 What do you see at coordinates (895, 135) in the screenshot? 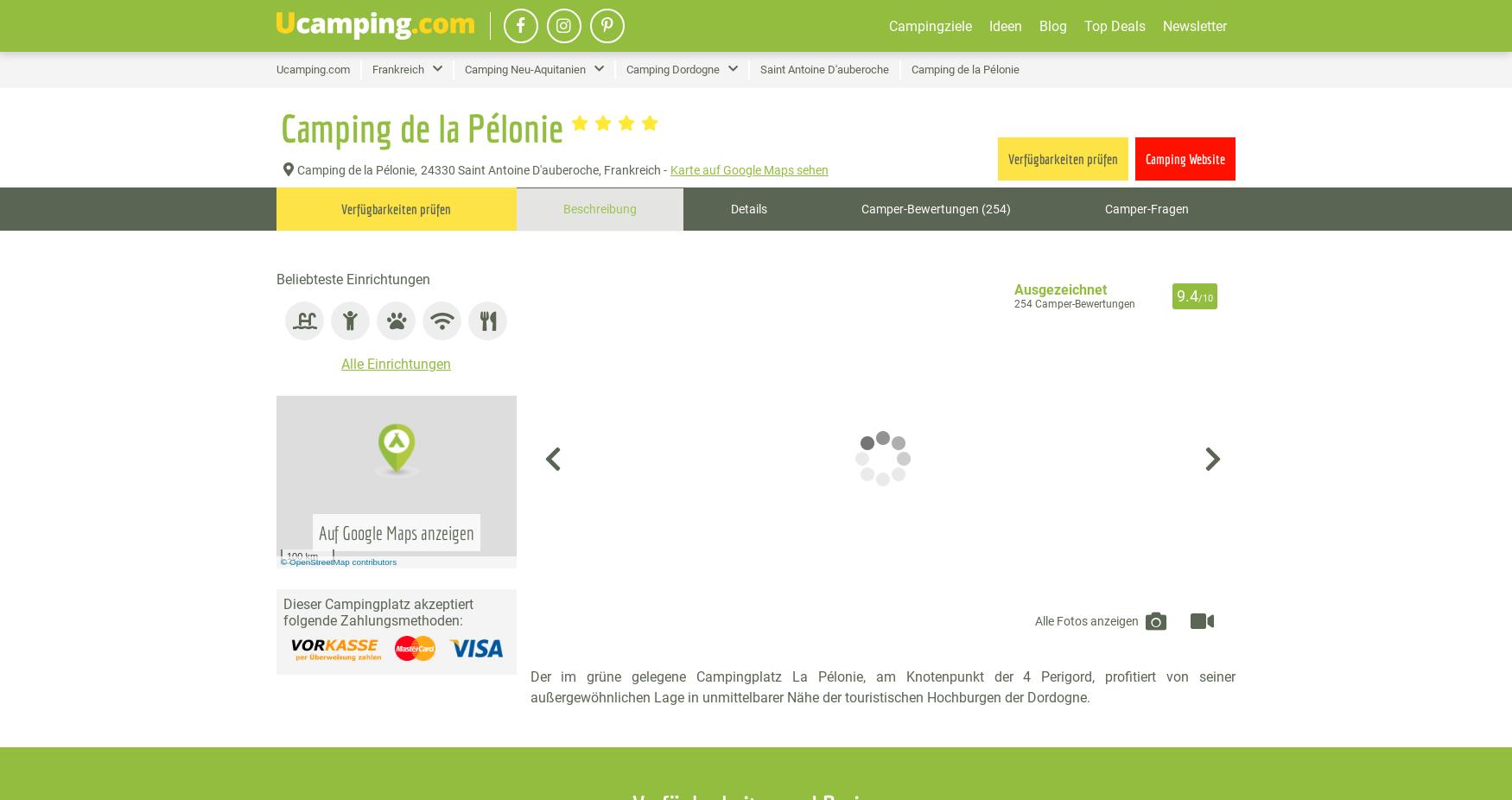
I see `'Camping Gardasee'` at bounding box center [895, 135].